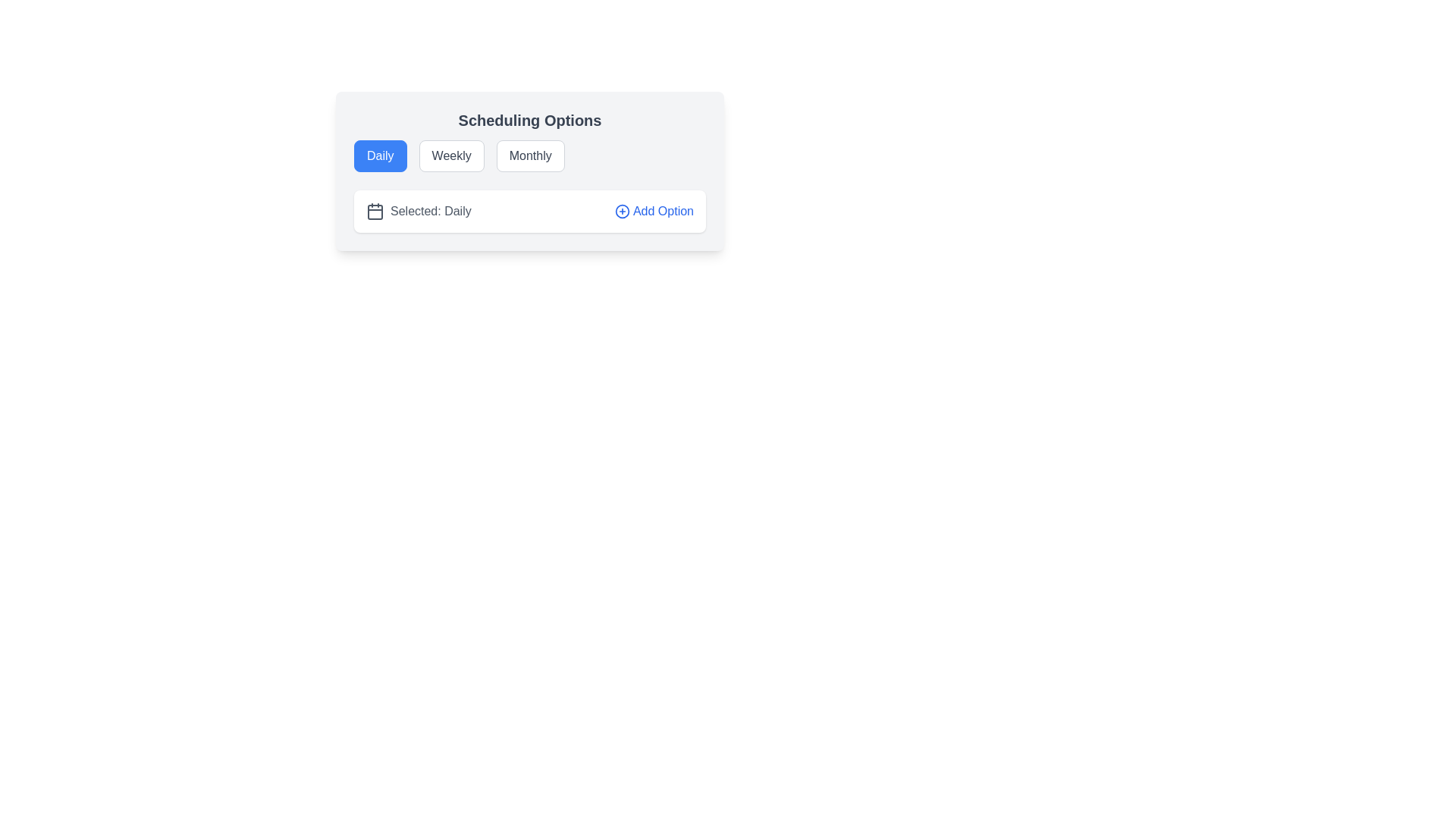 Image resolution: width=1456 pixels, height=819 pixels. I want to click on the 'Add Option' button, which is a blue text label with a circular plus icon, located to the right of 'Selected: Daily', so click(654, 211).